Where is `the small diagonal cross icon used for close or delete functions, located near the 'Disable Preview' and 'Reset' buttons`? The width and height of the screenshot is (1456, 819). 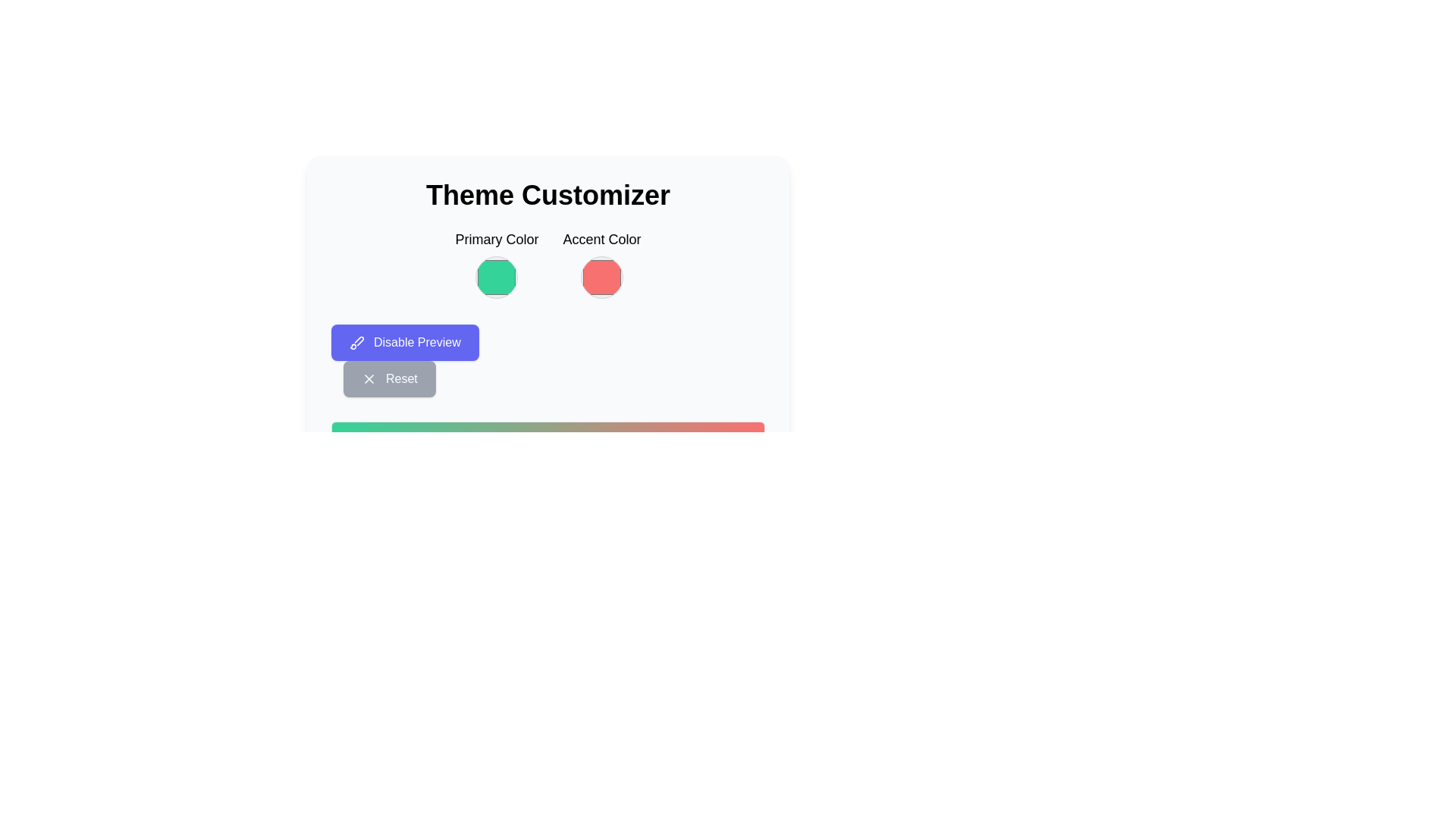
the small diagonal cross icon used for close or delete functions, located near the 'Disable Preview' and 'Reset' buttons is located at coordinates (369, 378).